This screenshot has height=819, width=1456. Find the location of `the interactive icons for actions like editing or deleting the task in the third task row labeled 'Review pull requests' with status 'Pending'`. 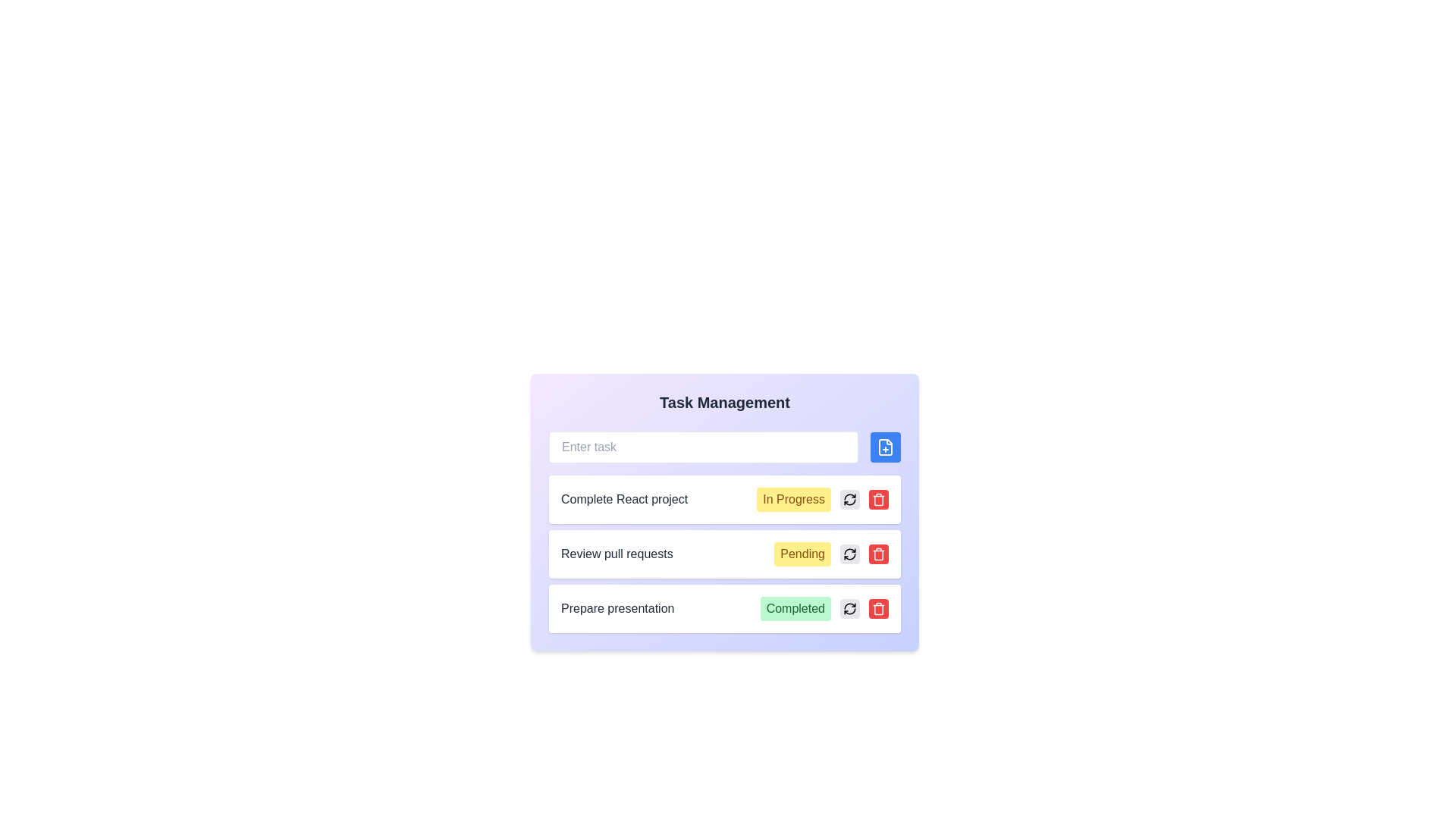

the interactive icons for actions like editing or deleting the task in the third task row labeled 'Review pull requests' with status 'Pending' is located at coordinates (723, 554).